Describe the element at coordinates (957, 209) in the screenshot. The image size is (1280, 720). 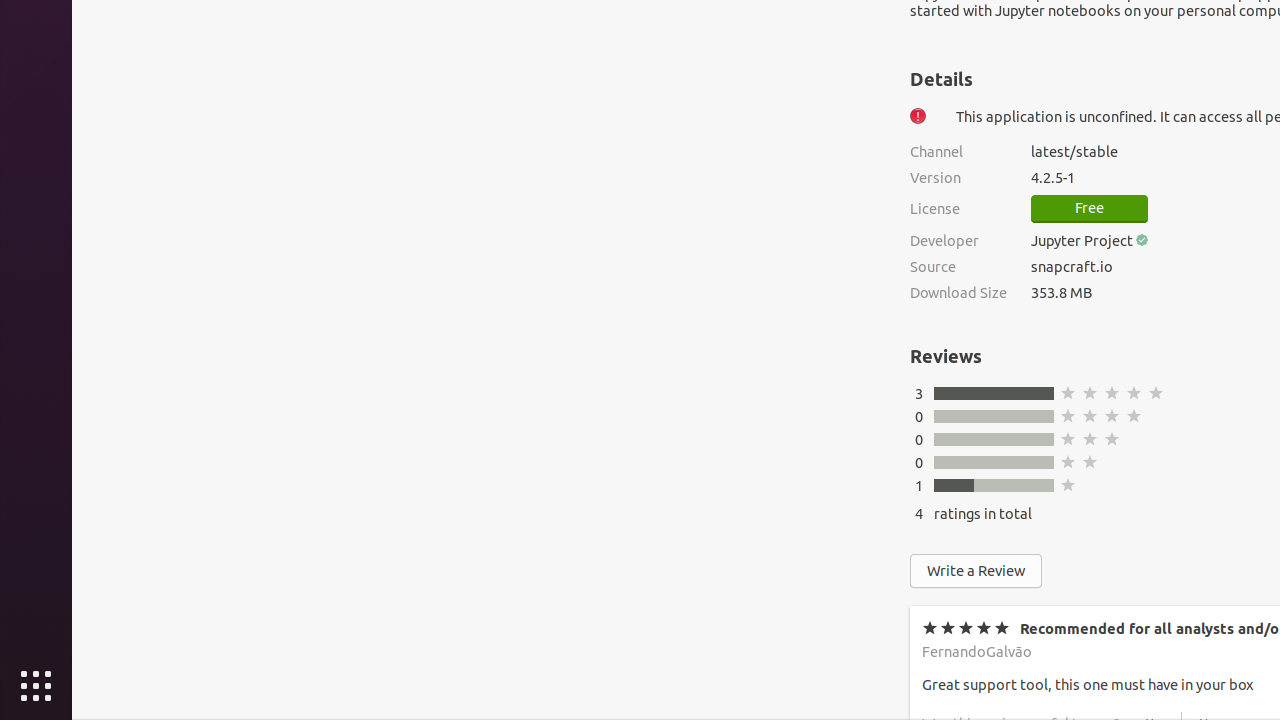
I see `'License'` at that location.